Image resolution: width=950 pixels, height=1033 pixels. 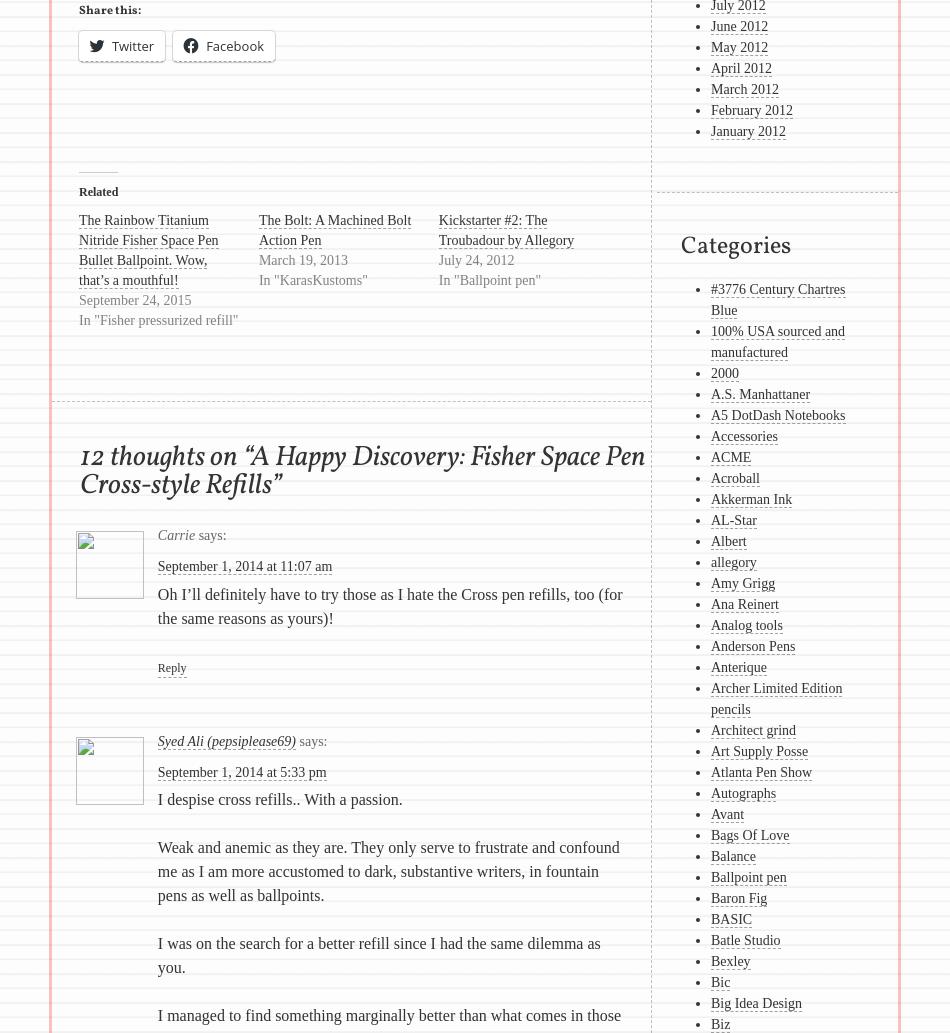 What do you see at coordinates (176, 534) in the screenshot?
I see `'Carrie'` at bounding box center [176, 534].